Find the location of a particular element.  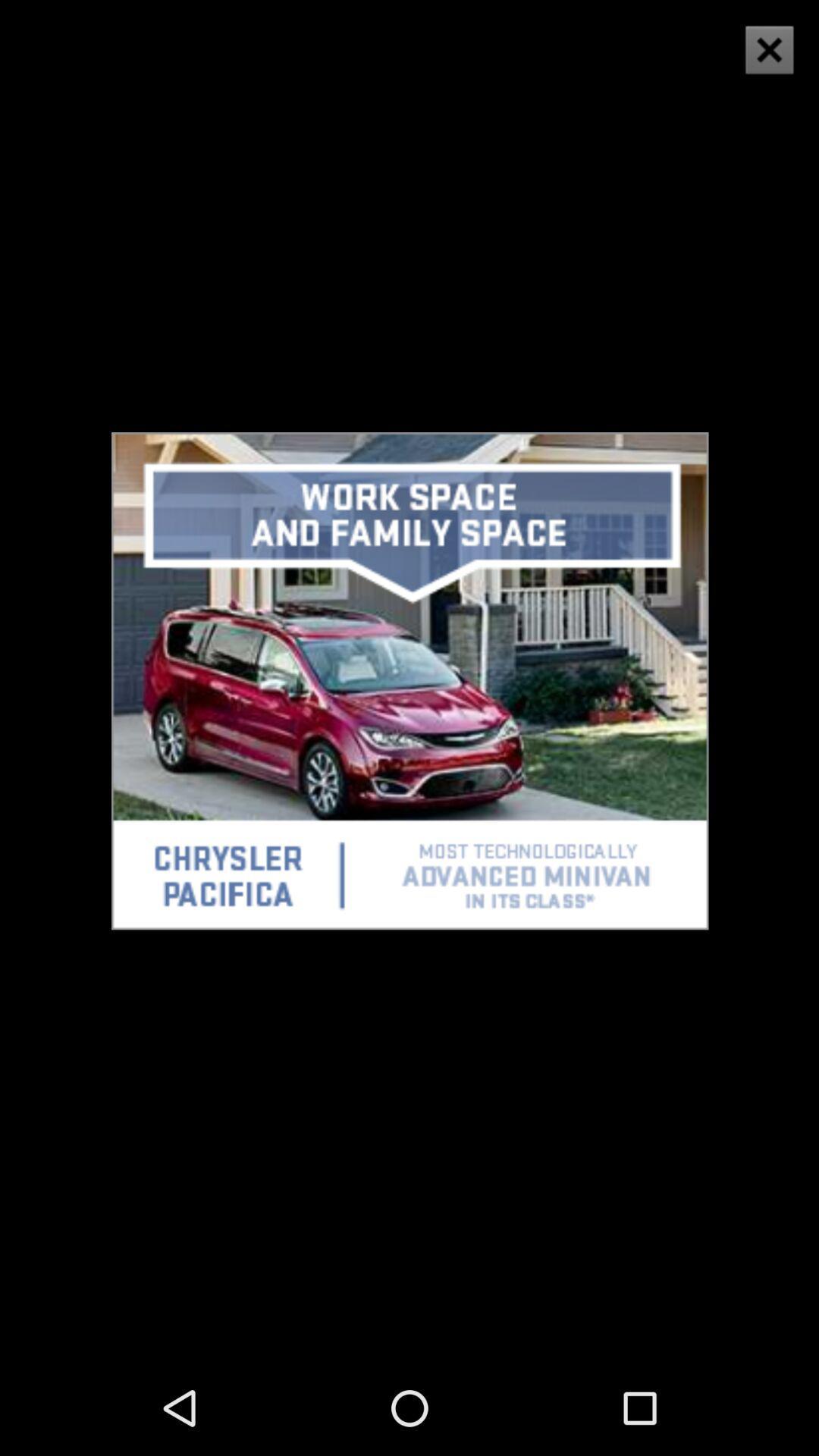

the close icon is located at coordinates (769, 53).